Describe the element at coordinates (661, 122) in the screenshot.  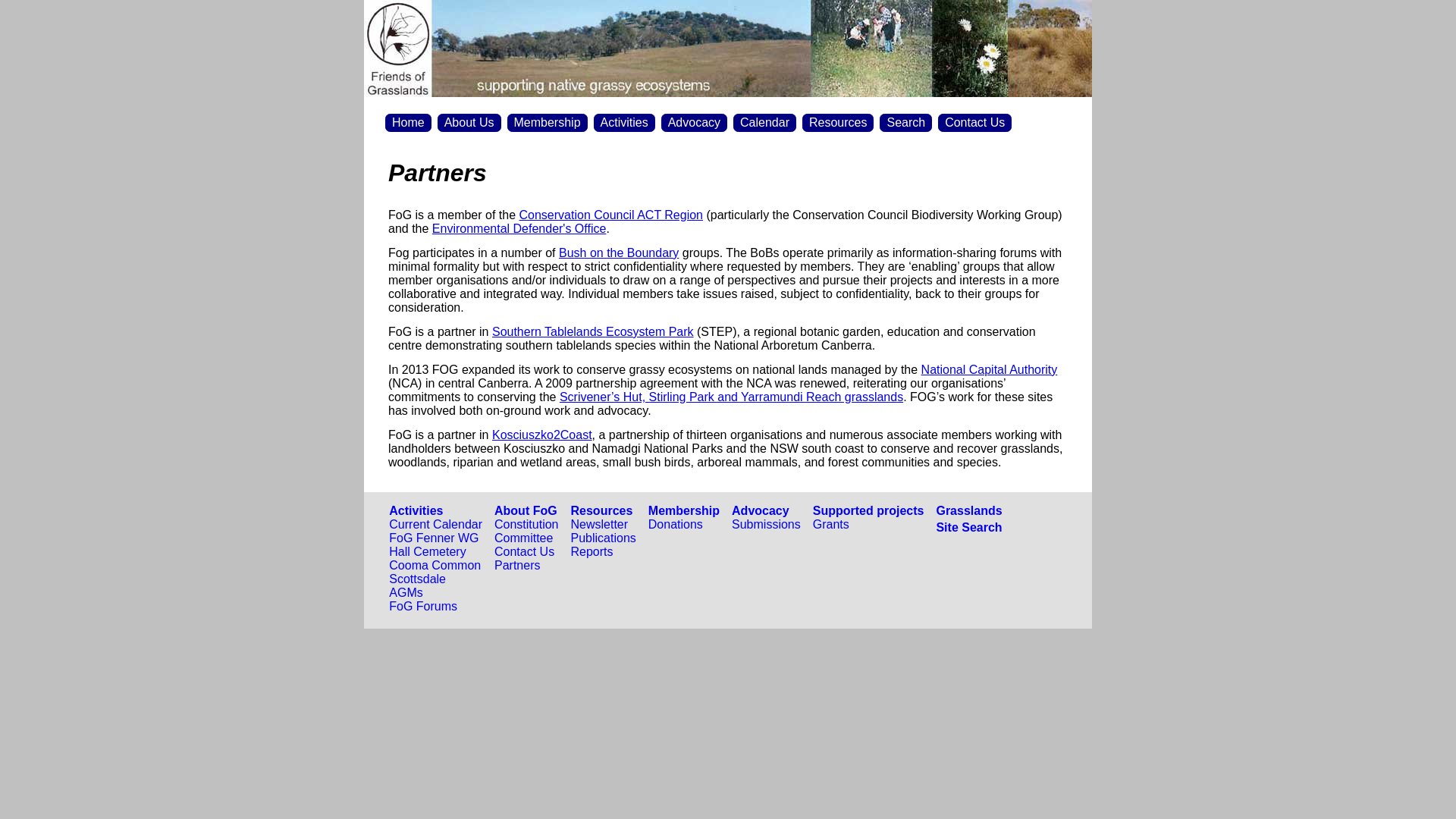
I see `'Advocacy'` at that location.